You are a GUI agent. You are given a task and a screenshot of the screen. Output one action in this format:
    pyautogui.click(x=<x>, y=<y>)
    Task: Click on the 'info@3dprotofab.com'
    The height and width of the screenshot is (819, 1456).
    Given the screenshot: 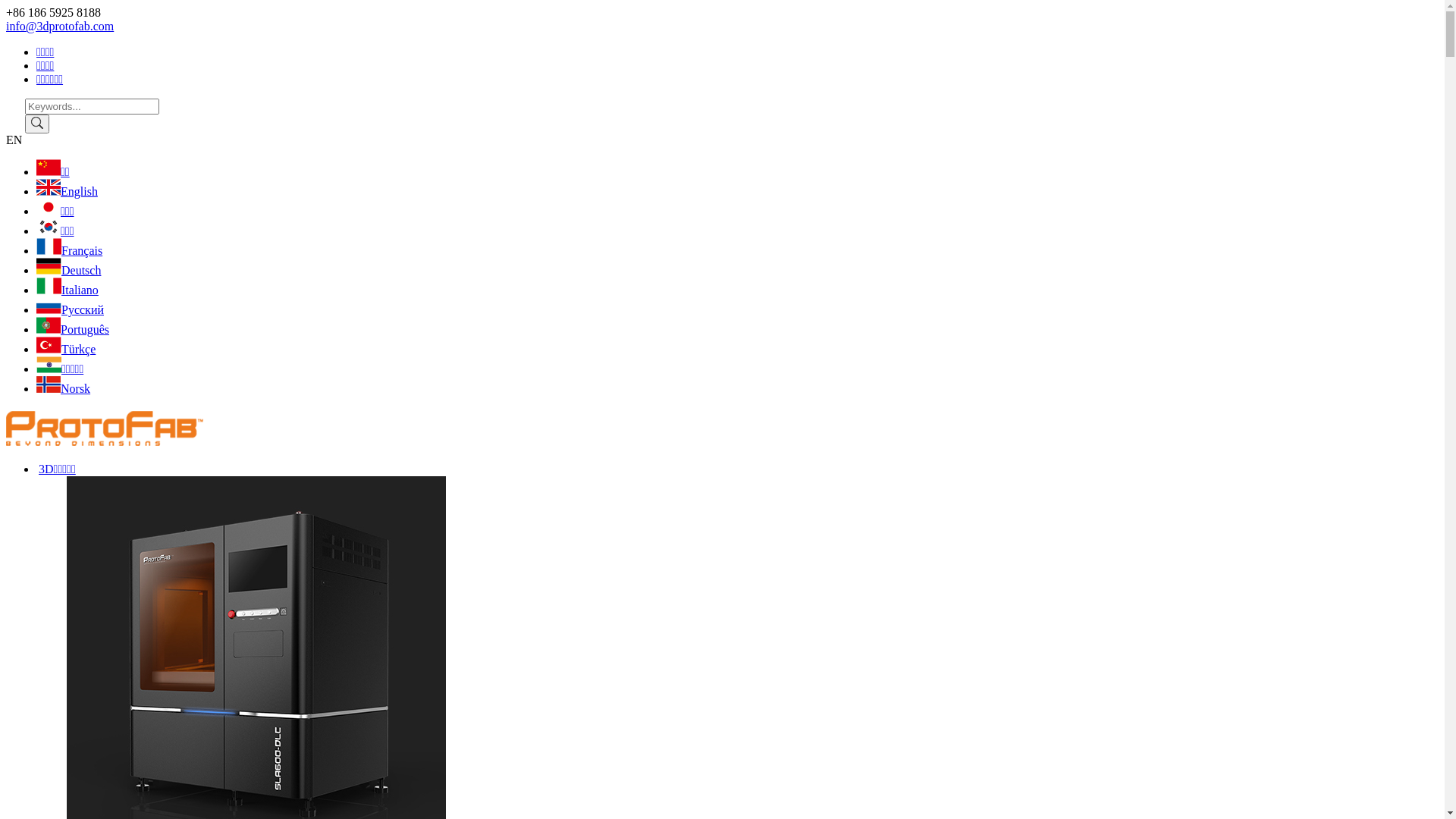 What is the action you would take?
    pyautogui.click(x=59, y=26)
    